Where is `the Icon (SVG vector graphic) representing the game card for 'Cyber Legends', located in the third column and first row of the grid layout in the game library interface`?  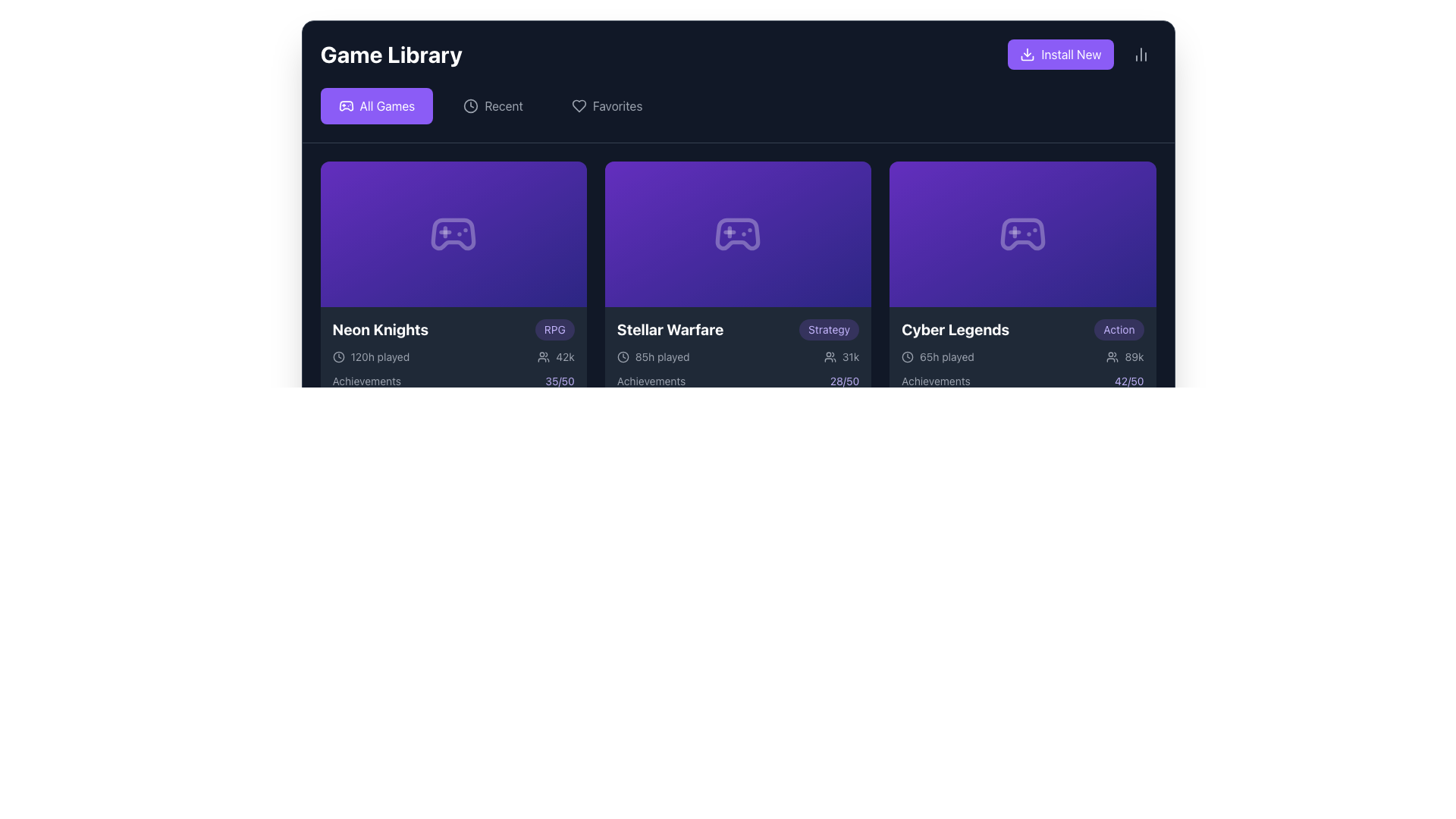
the Icon (SVG vector graphic) representing the game card for 'Cyber Legends', located in the third column and first row of the grid layout in the game library interface is located at coordinates (1022, 234).